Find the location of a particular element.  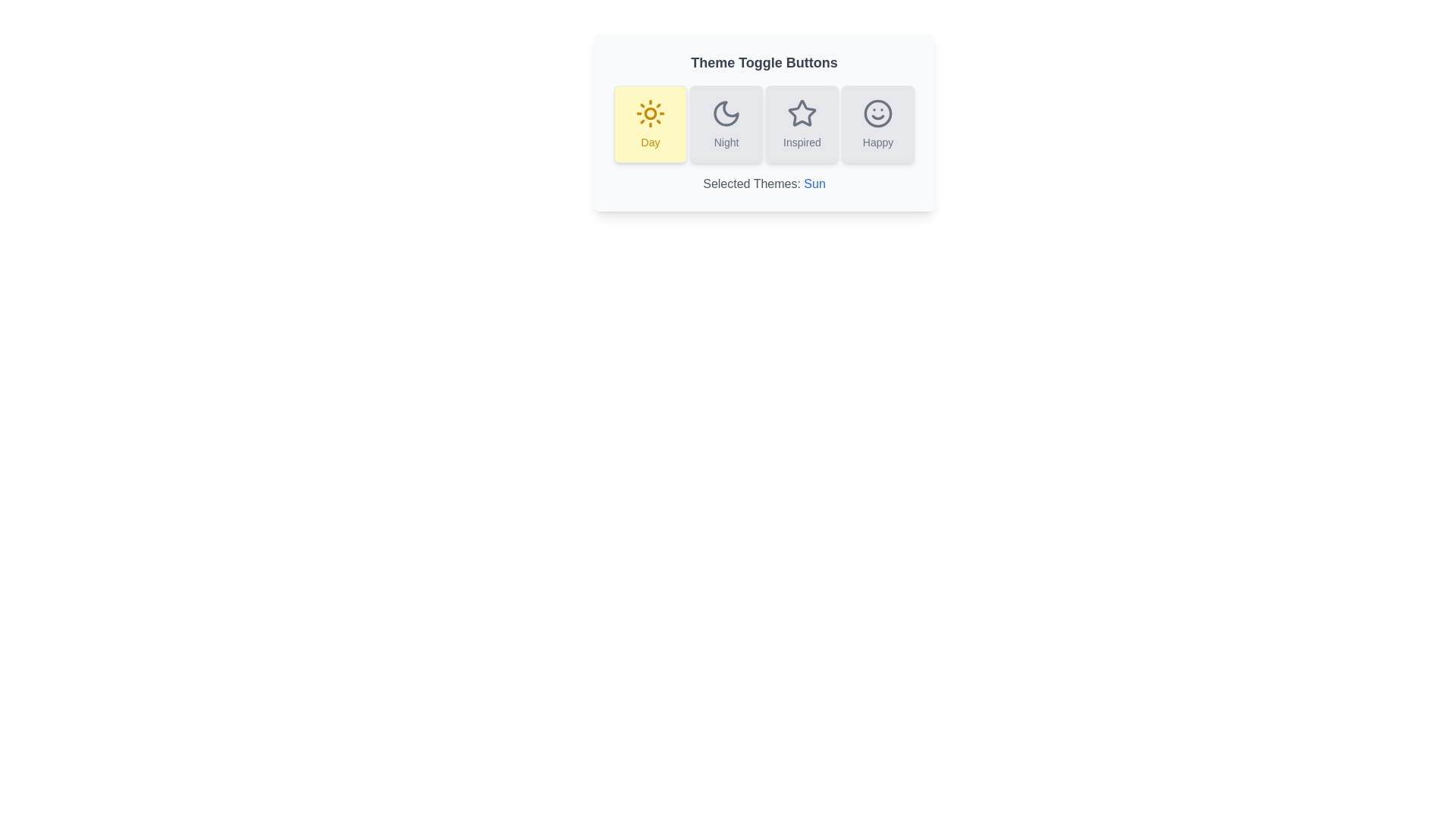

the 'Day' theme toggle button, which is represented by a sun icon located at the top-center of the interface, specifically the first button from the left is located at coordinates (651, 113).